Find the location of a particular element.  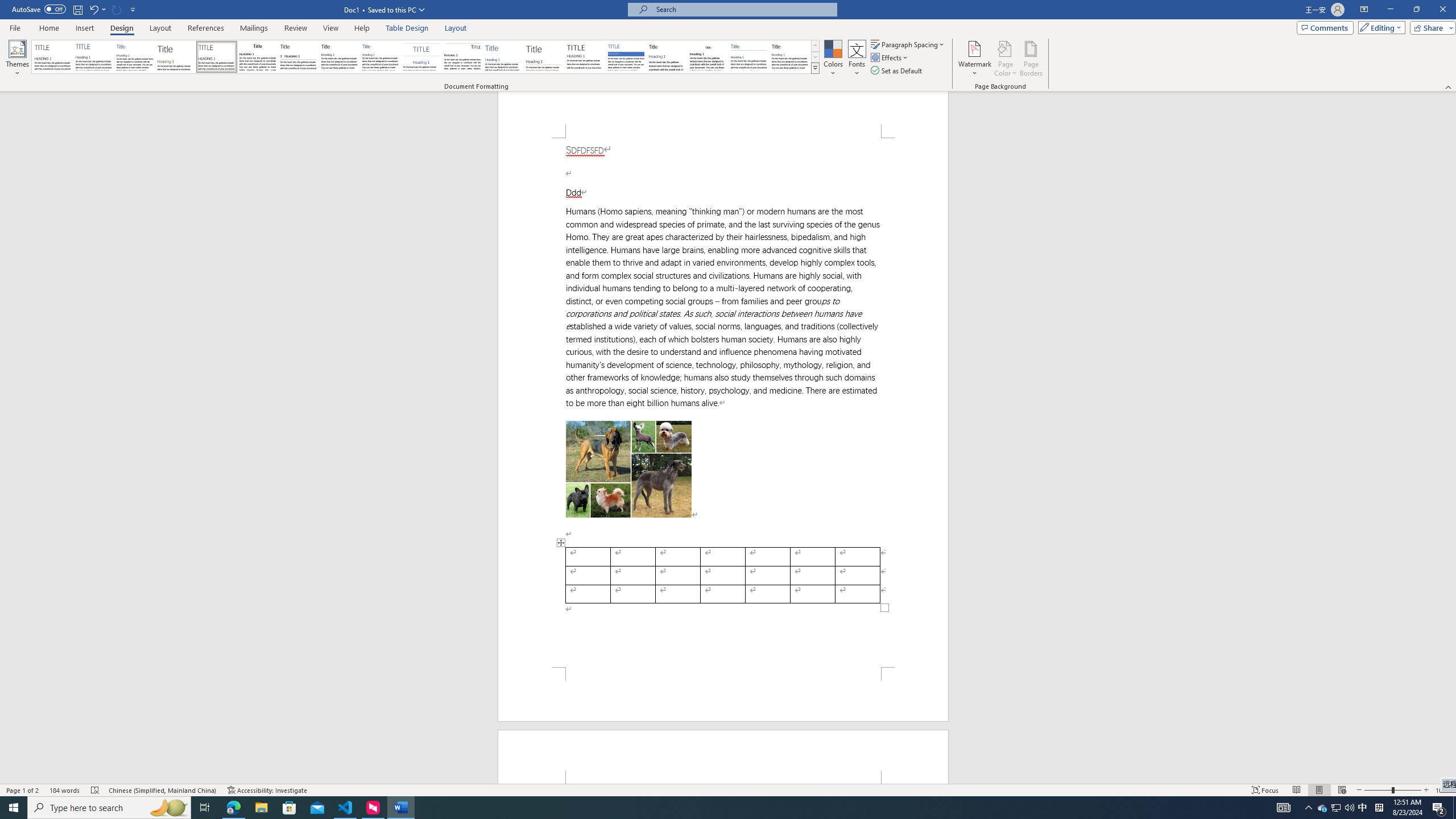

'Undo Apply Quick Style Set' is located at coordinates (93, 9).